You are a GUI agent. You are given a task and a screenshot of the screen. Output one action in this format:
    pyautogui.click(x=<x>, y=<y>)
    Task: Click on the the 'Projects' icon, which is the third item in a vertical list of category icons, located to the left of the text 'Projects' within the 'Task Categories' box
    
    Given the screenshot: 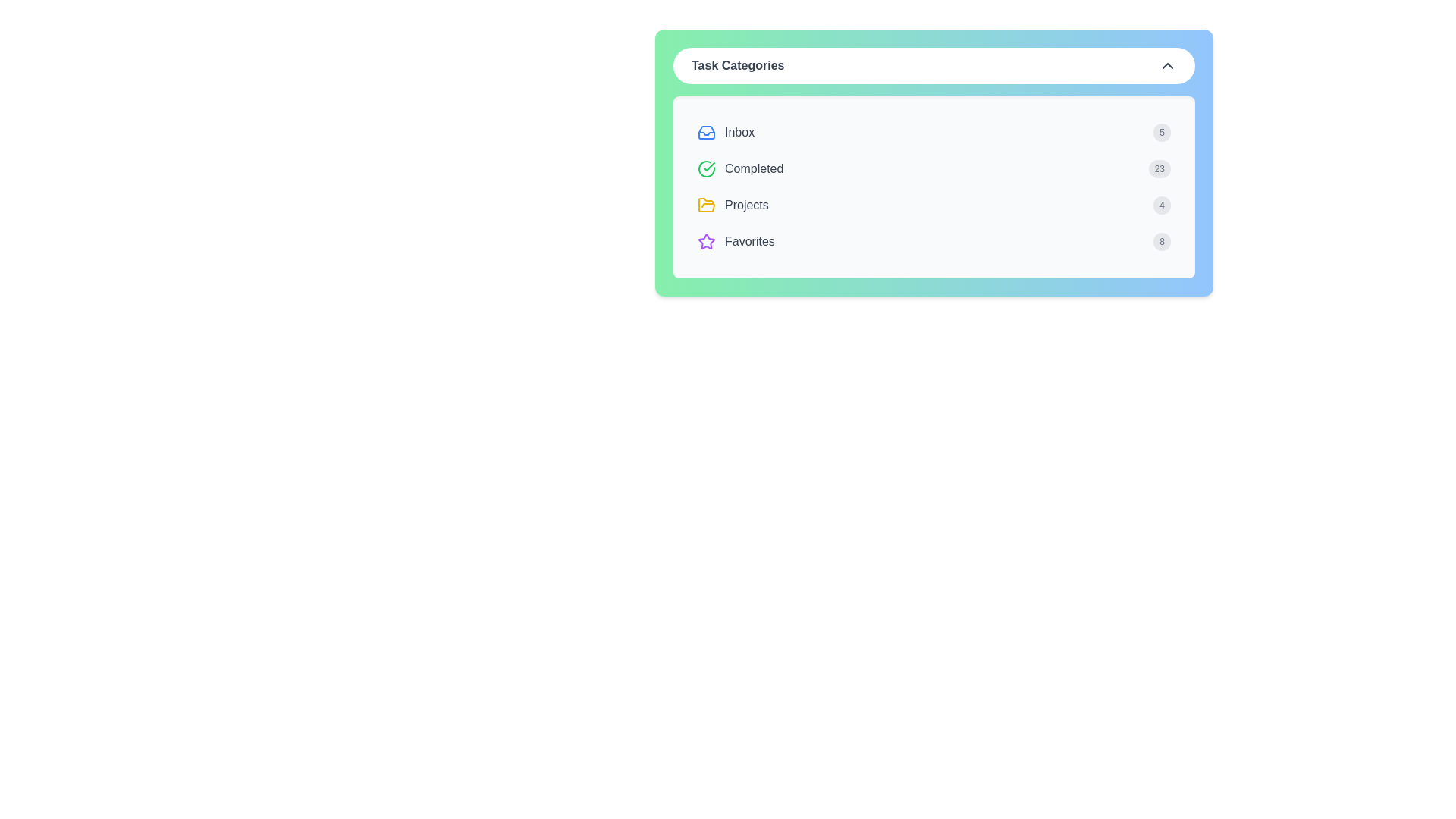 What is the action you would take?
    pyautogui.click(x=705, y=205)
    